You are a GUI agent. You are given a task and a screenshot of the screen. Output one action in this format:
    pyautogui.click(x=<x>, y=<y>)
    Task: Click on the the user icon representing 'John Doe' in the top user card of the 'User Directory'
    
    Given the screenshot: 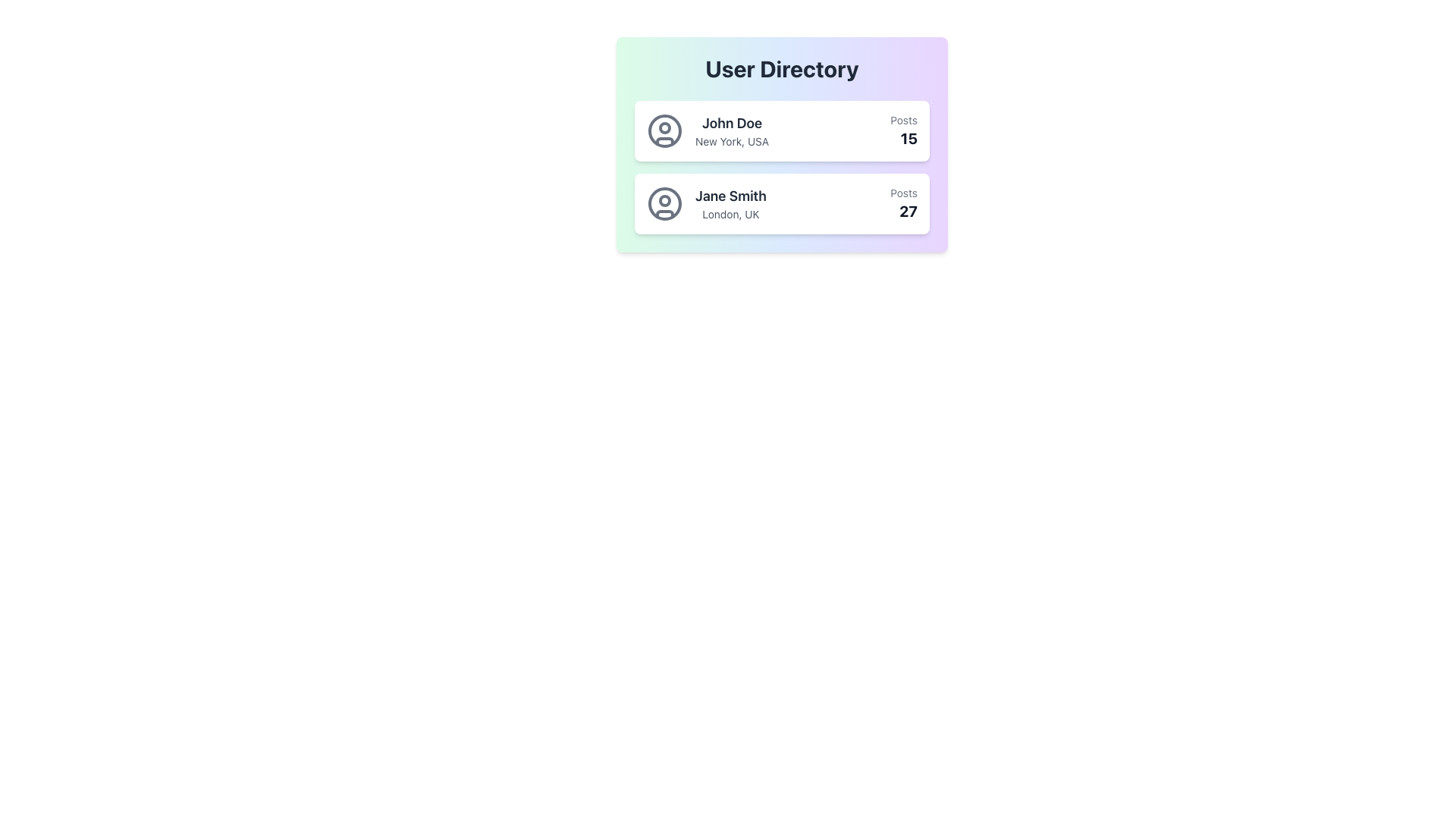 What is the action you would take?
    pyautogui.click(x=665, y=130)
    